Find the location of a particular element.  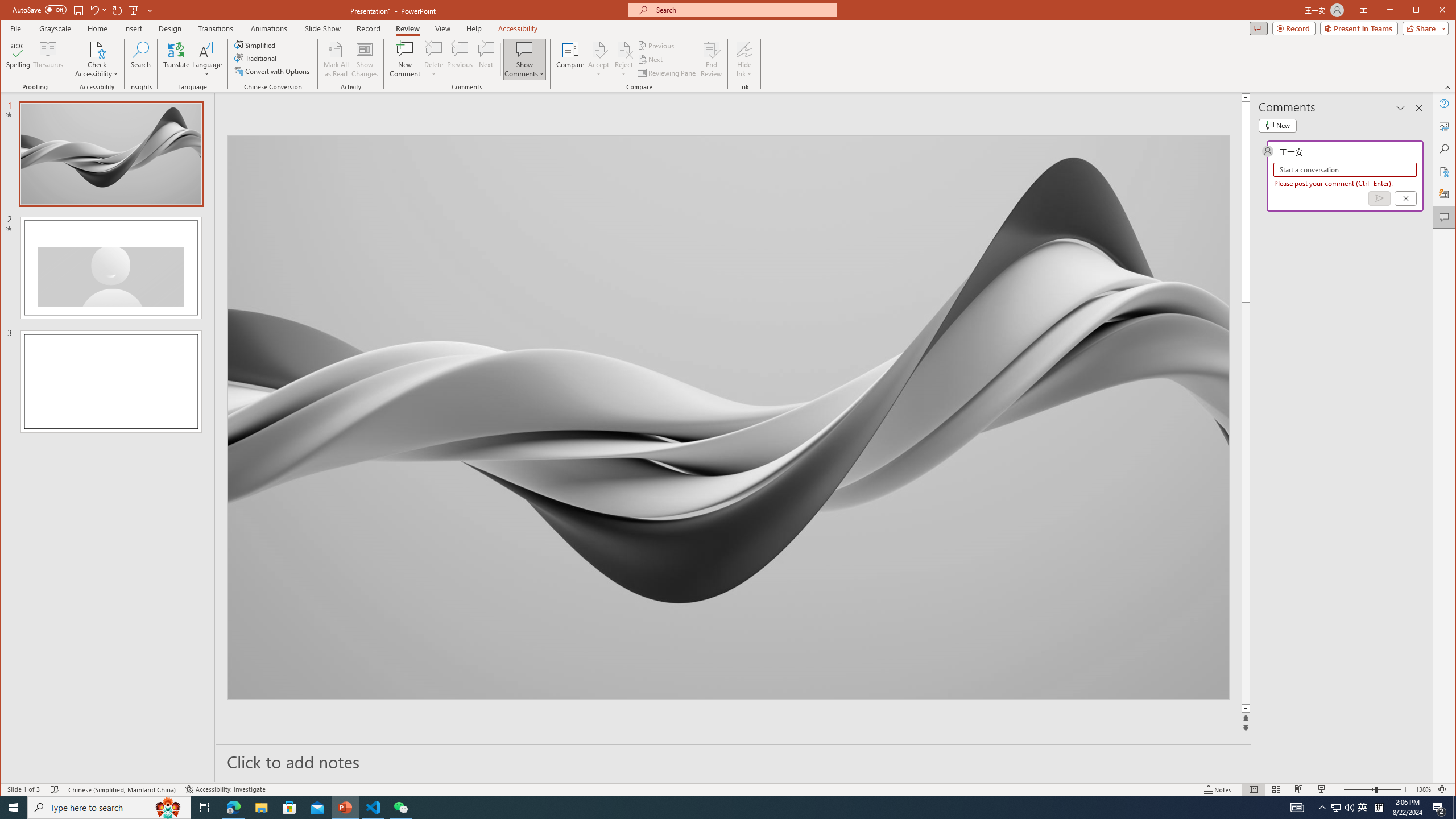

'Simplified' is located at coordinates (255, 44).